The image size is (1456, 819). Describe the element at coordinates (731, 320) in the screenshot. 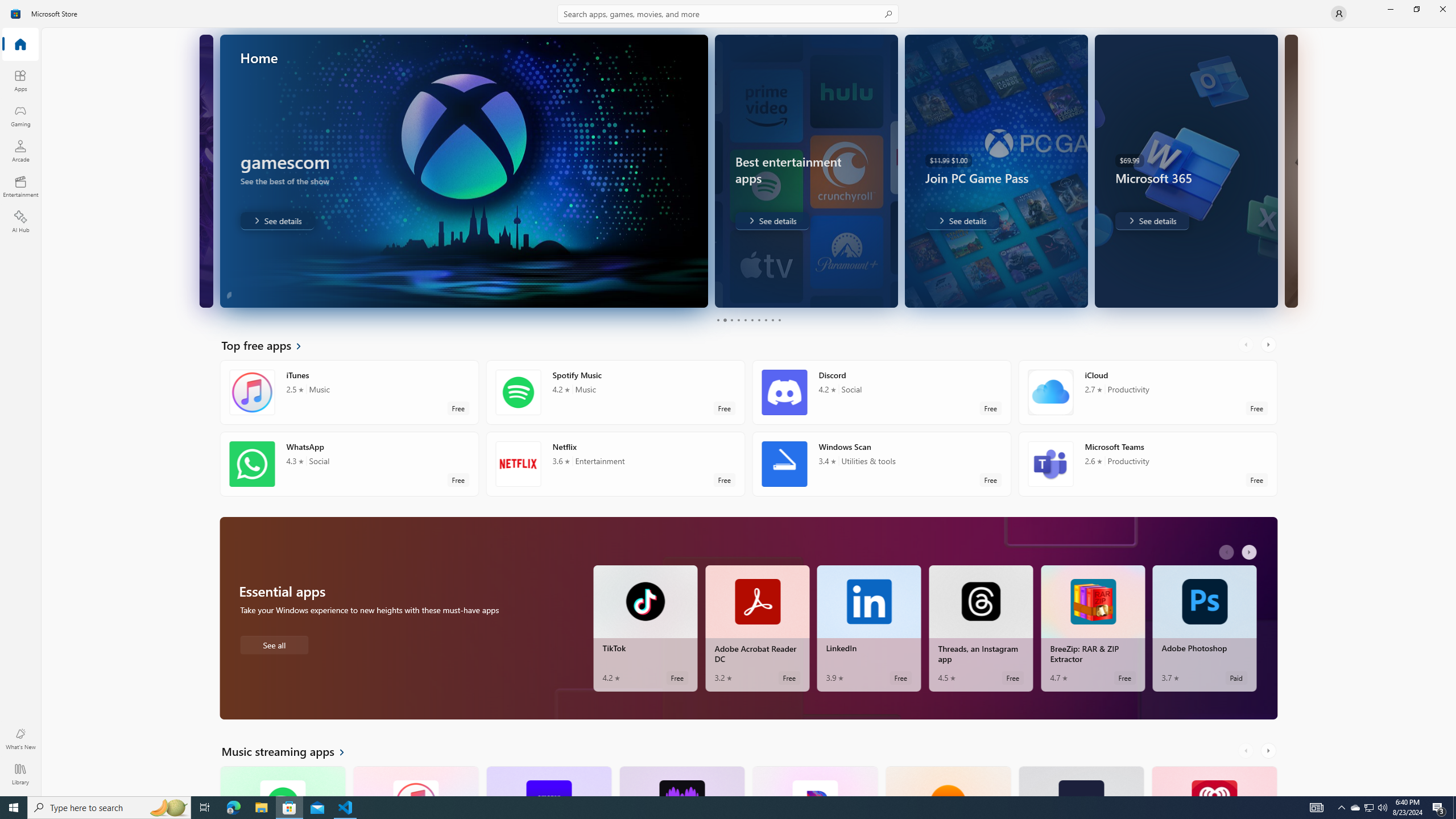

I see `'Page 3'` at that location.